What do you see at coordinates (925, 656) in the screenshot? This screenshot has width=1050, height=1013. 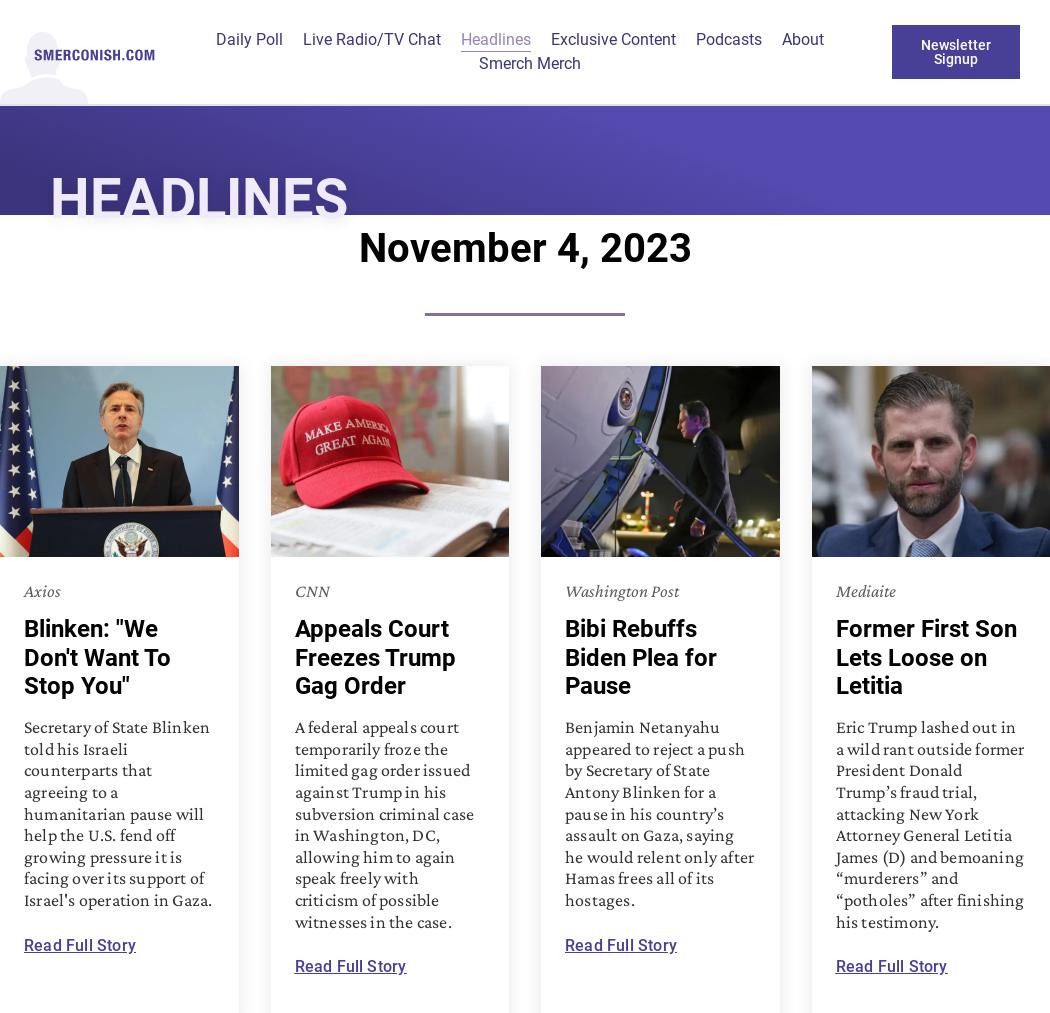 I see `'Former First Son Lets Loose on Letitia'` at bounding box center [925, 656].